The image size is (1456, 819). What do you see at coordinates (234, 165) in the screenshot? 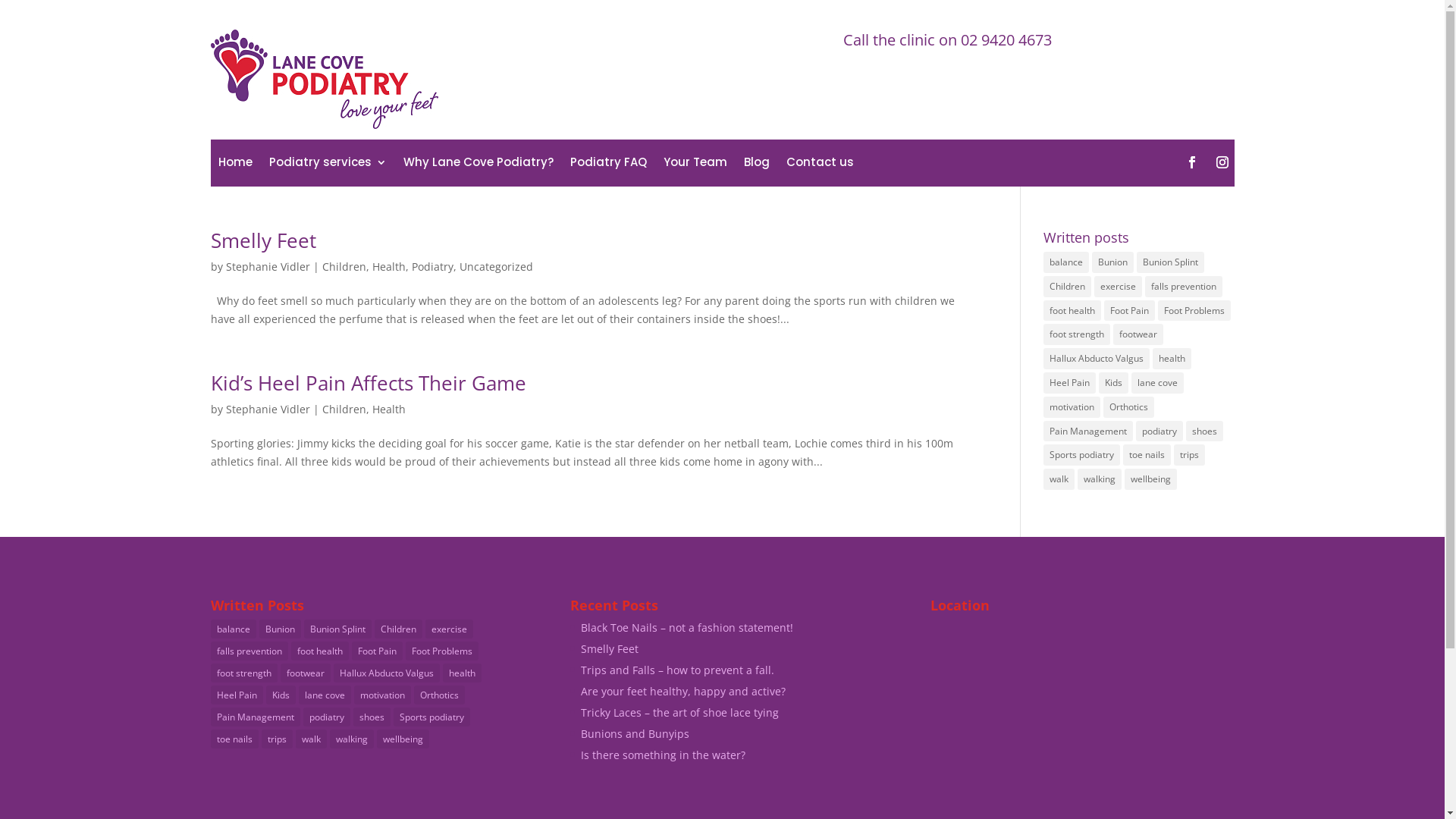
I see `'Home'` at bounding box center [234, 165].